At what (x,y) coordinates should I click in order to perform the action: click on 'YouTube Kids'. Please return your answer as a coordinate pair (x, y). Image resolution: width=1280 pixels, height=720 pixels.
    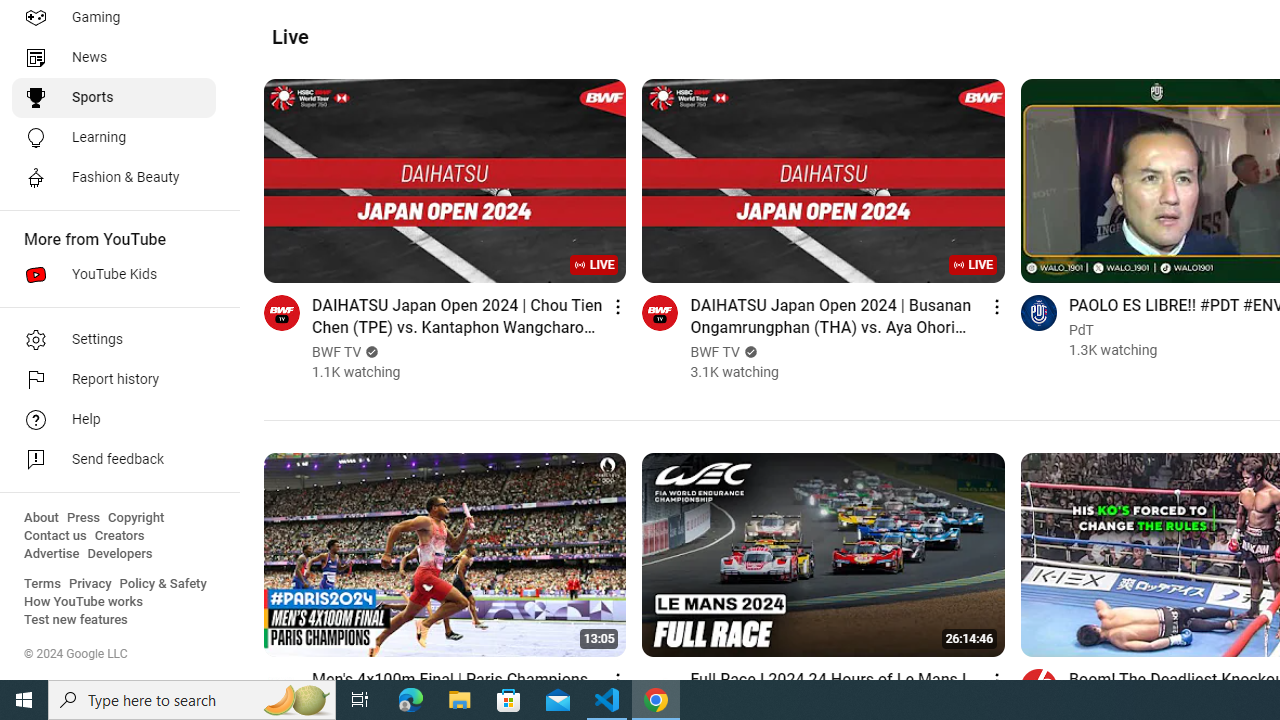
    Looking at the image, I should click on (112, 275).